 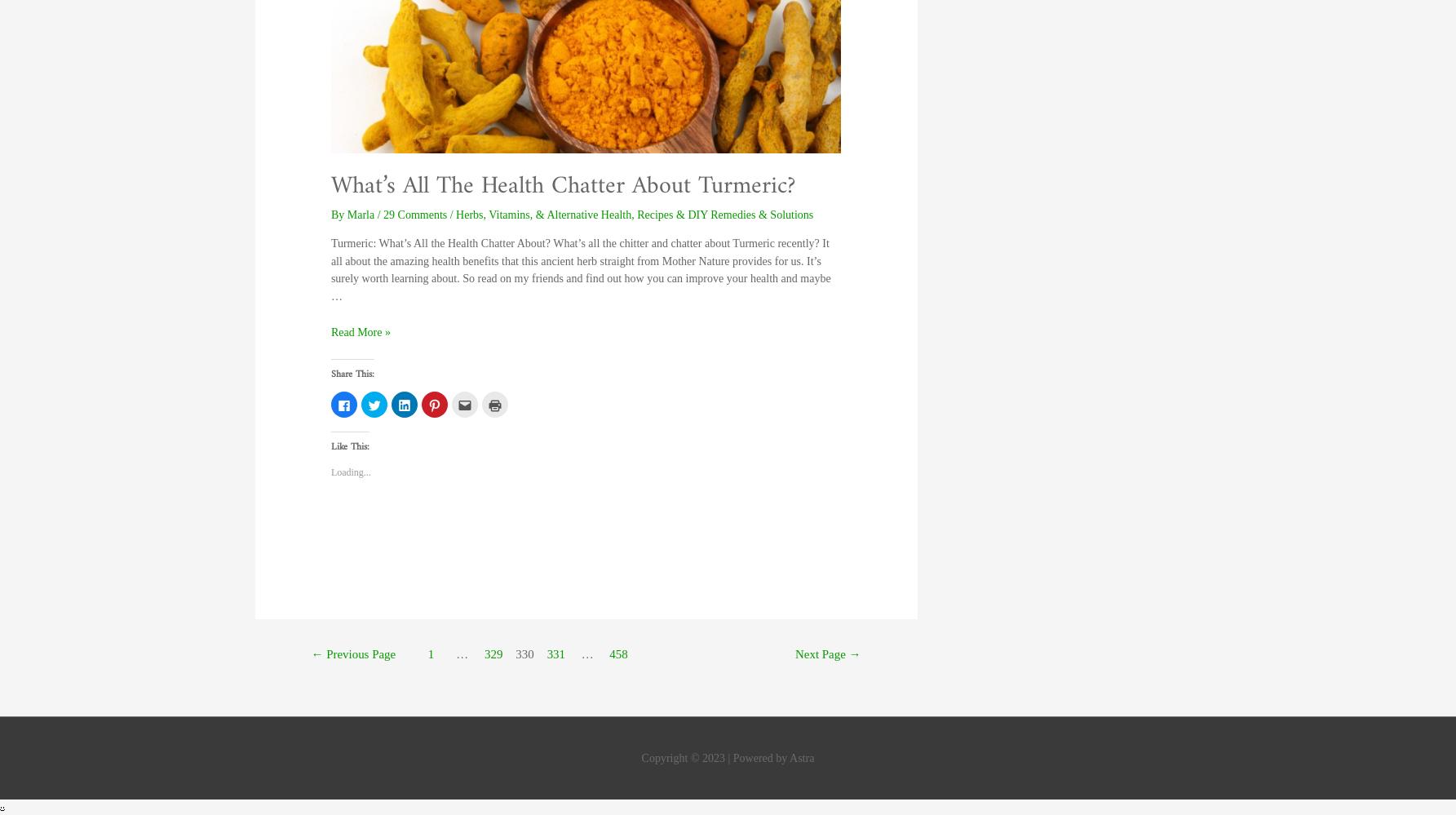 I want to click on '330', so click(x=523, y=653).